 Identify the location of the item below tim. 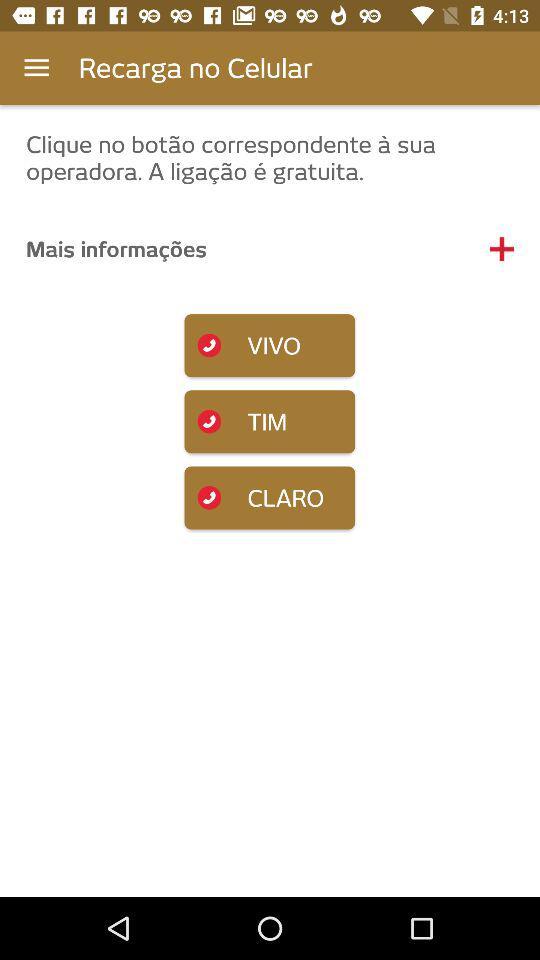
(269, 496).